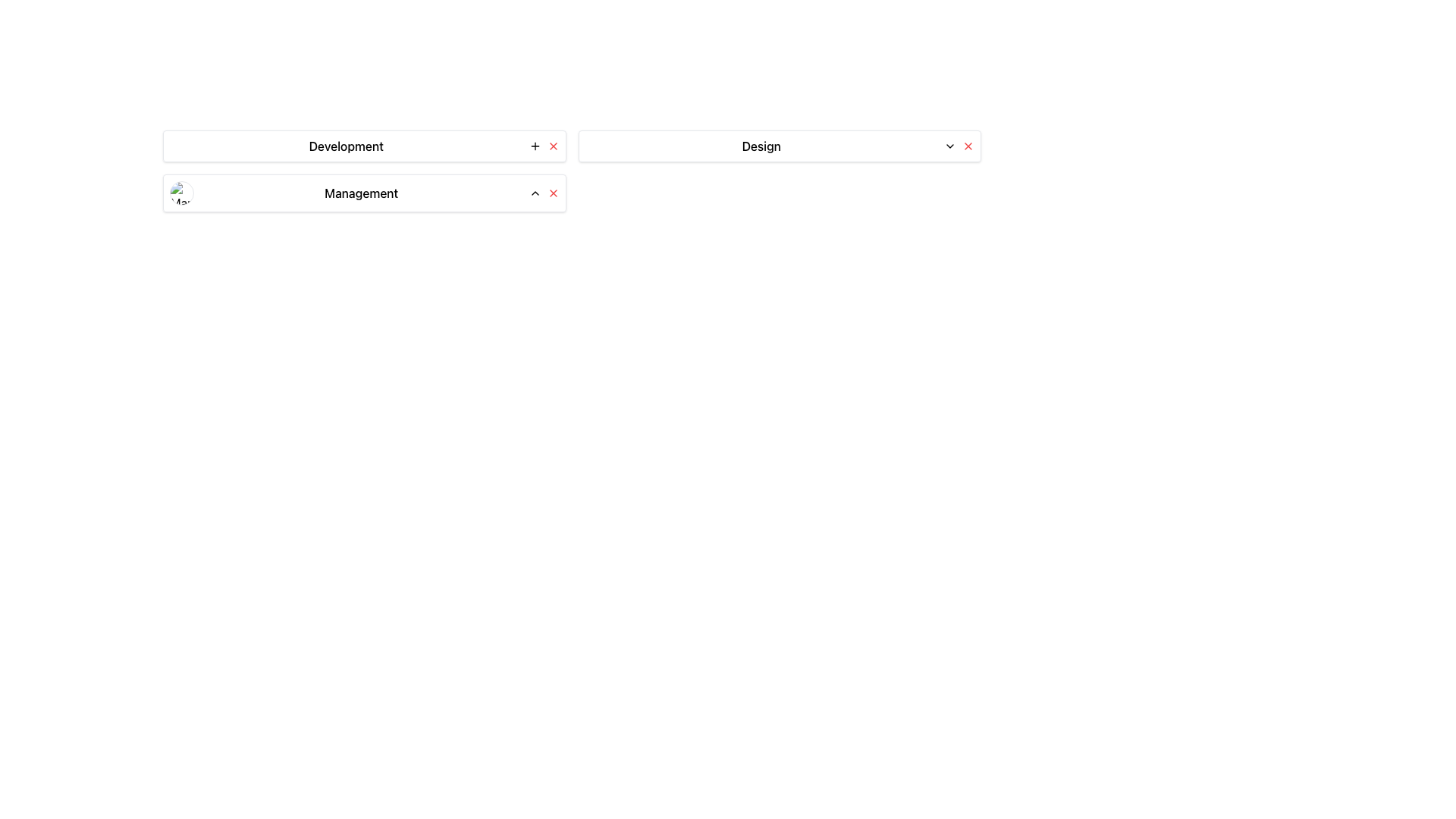 The width and height of the screenshot is (1456, 819). What do you see at coordinates (535, 192) in the screenshot?
I see `the chevron icon located to the left of the red interactive icon, which indicates expandable or collapsible content associated with 'Management'` at bounding box center [535, 192].